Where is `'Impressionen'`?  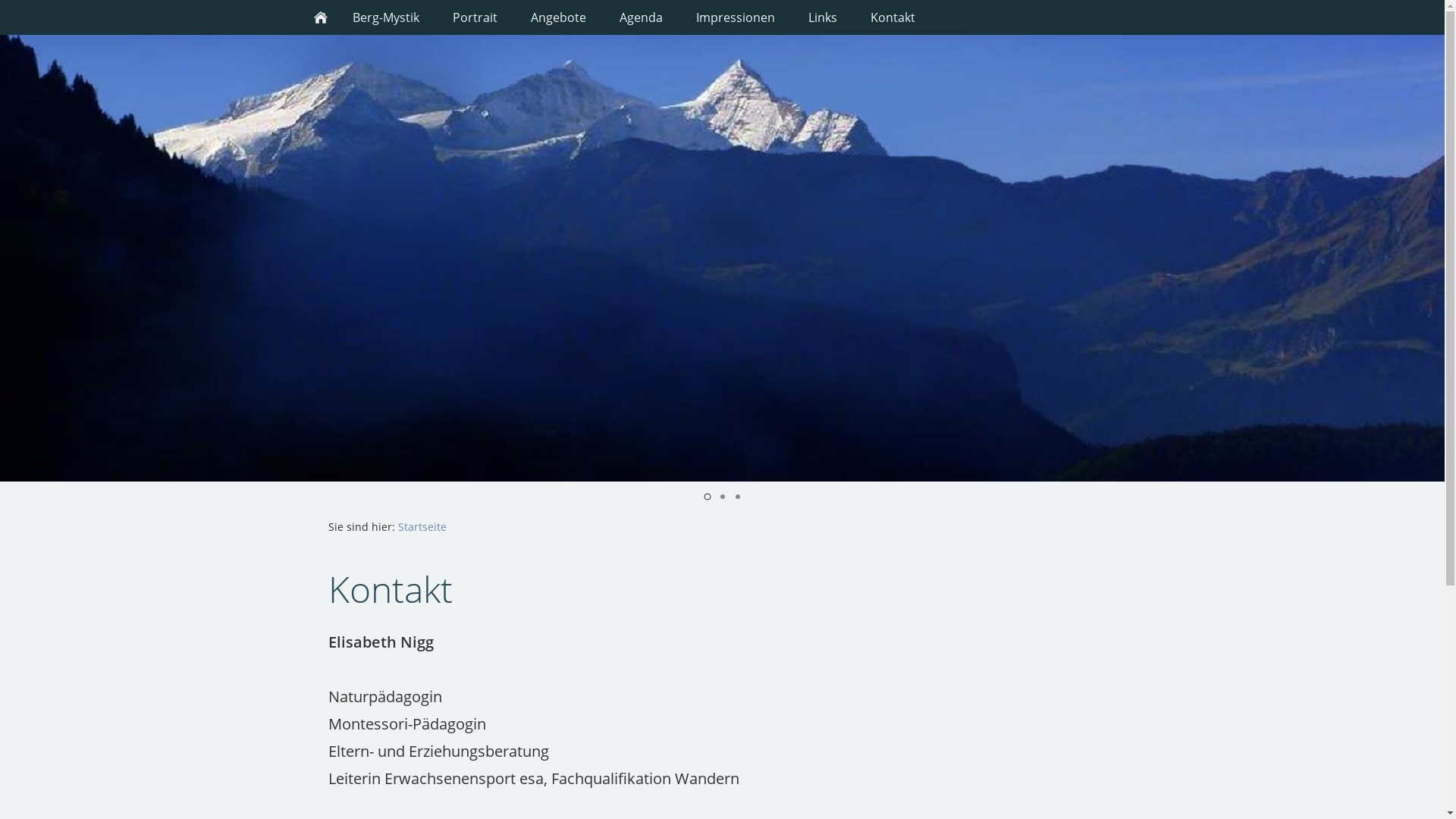 'Impressionen' is located at coordinates (735, 17).